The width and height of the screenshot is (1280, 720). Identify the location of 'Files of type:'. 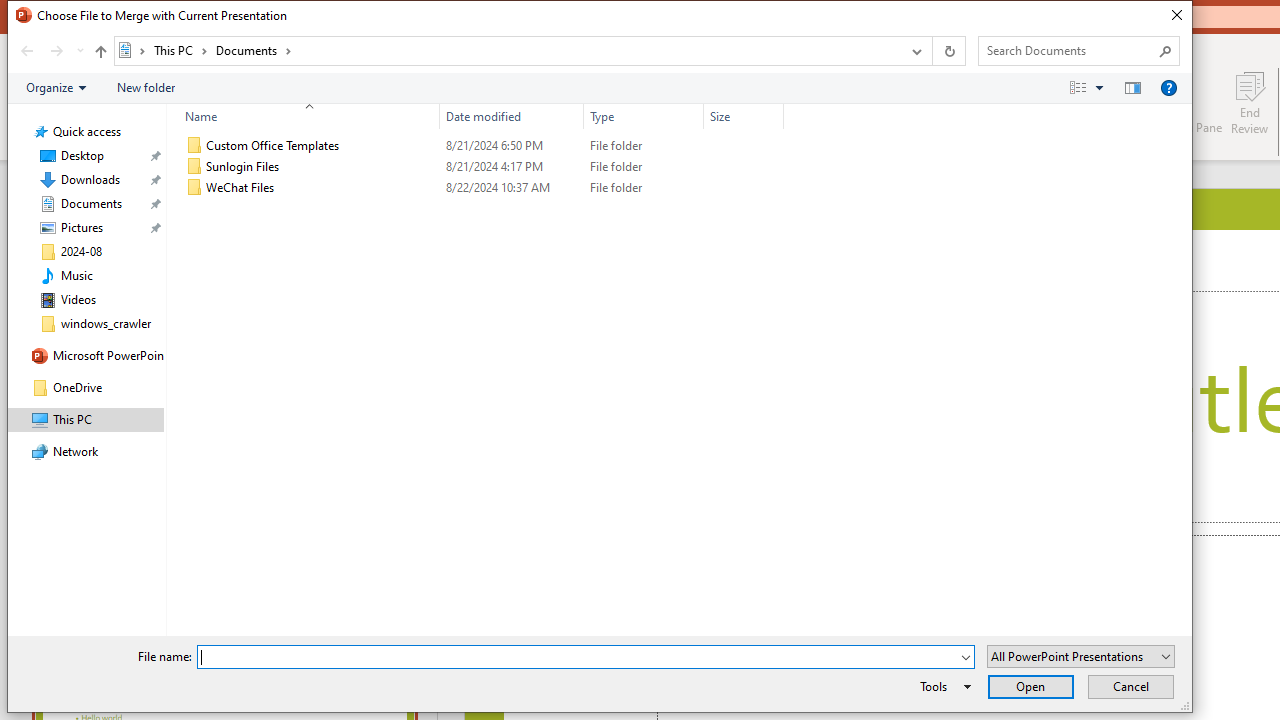
(1079, 656).